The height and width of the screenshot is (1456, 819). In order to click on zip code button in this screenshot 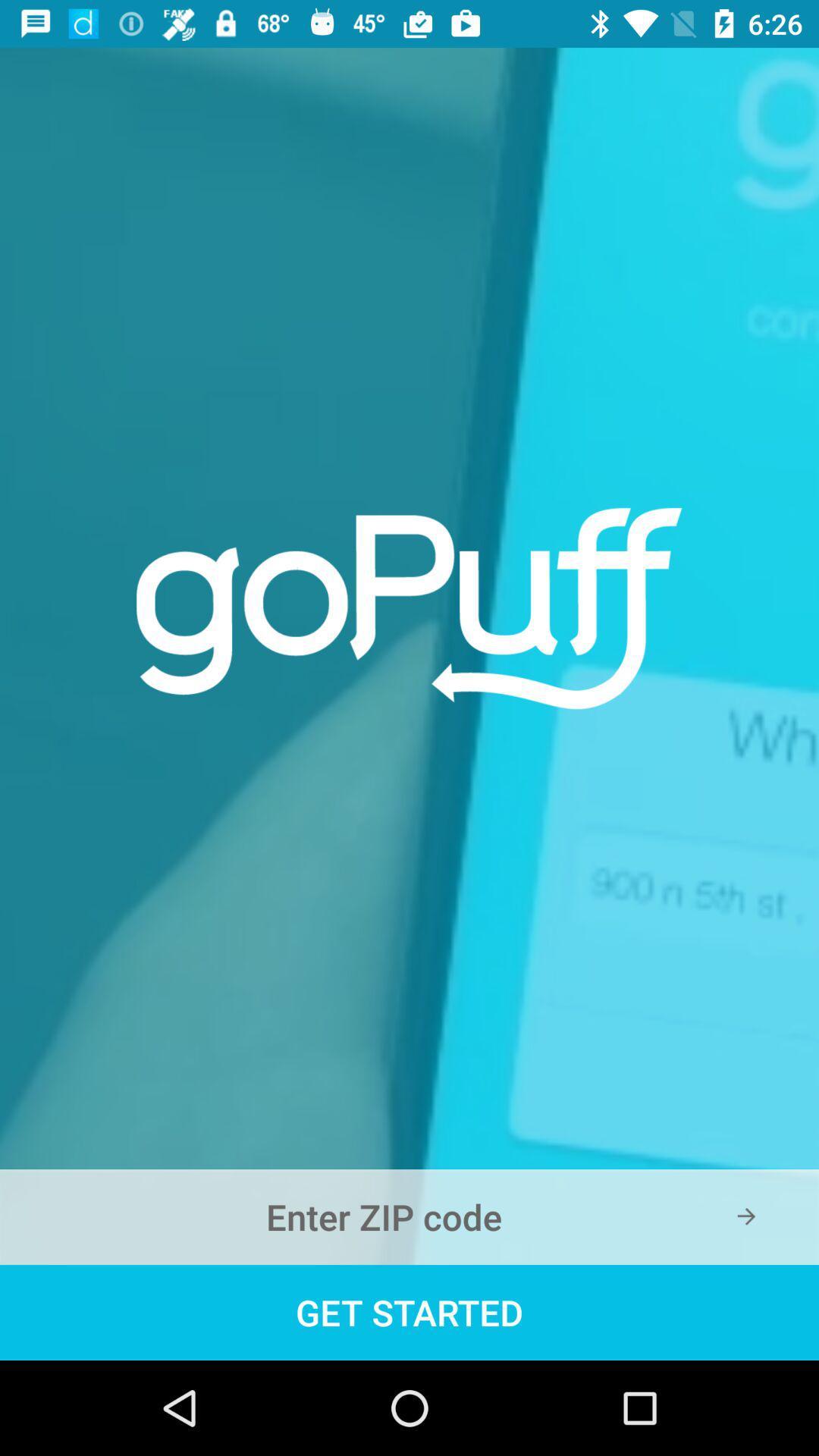, I will do `click(409, 1216)`.